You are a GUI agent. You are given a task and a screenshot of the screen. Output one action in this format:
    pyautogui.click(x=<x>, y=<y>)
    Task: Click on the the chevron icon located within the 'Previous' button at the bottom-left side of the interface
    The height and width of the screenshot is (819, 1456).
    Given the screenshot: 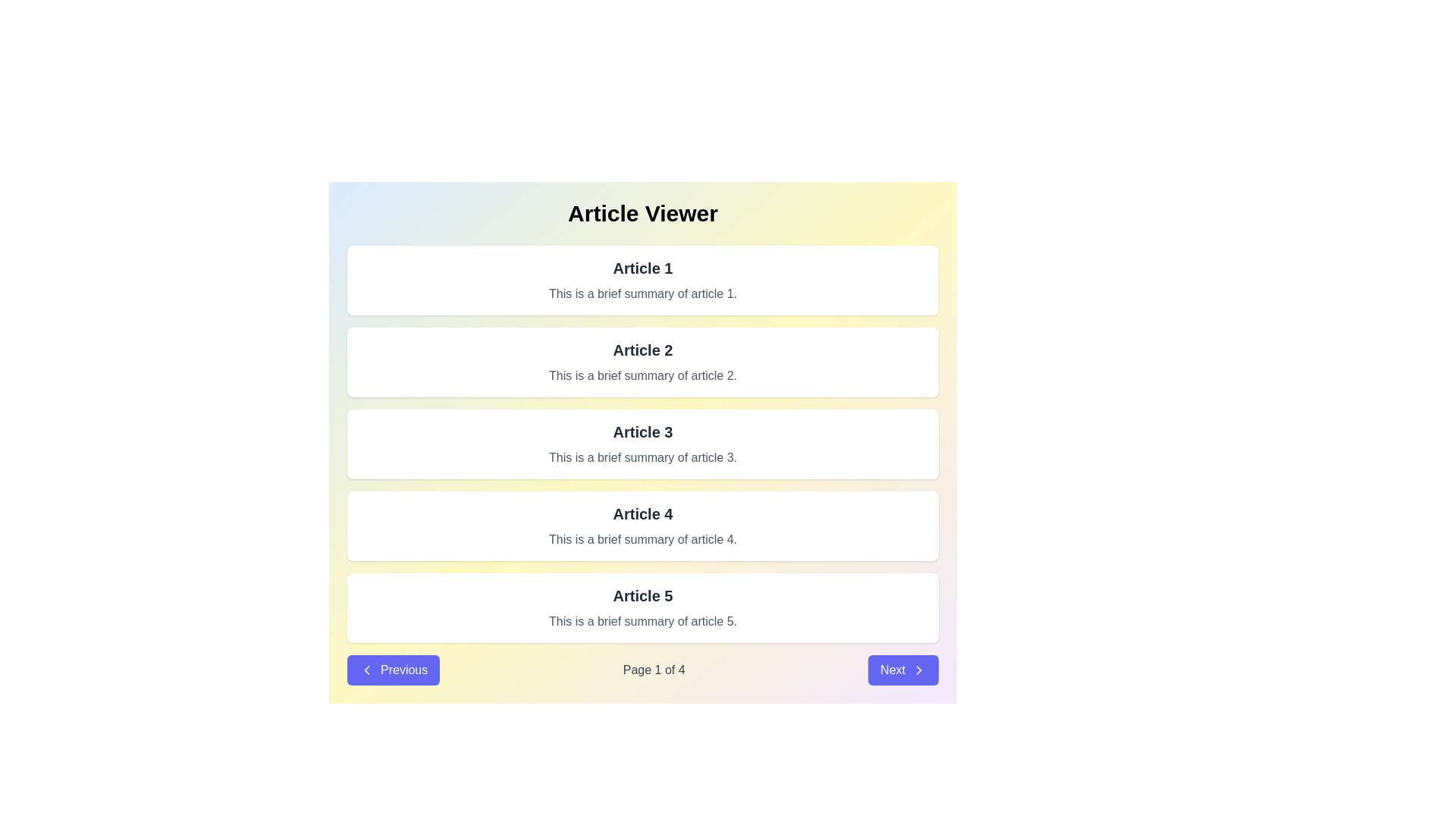 What is the action you would take?
    pyautogui.click(x=367, y=669)
    